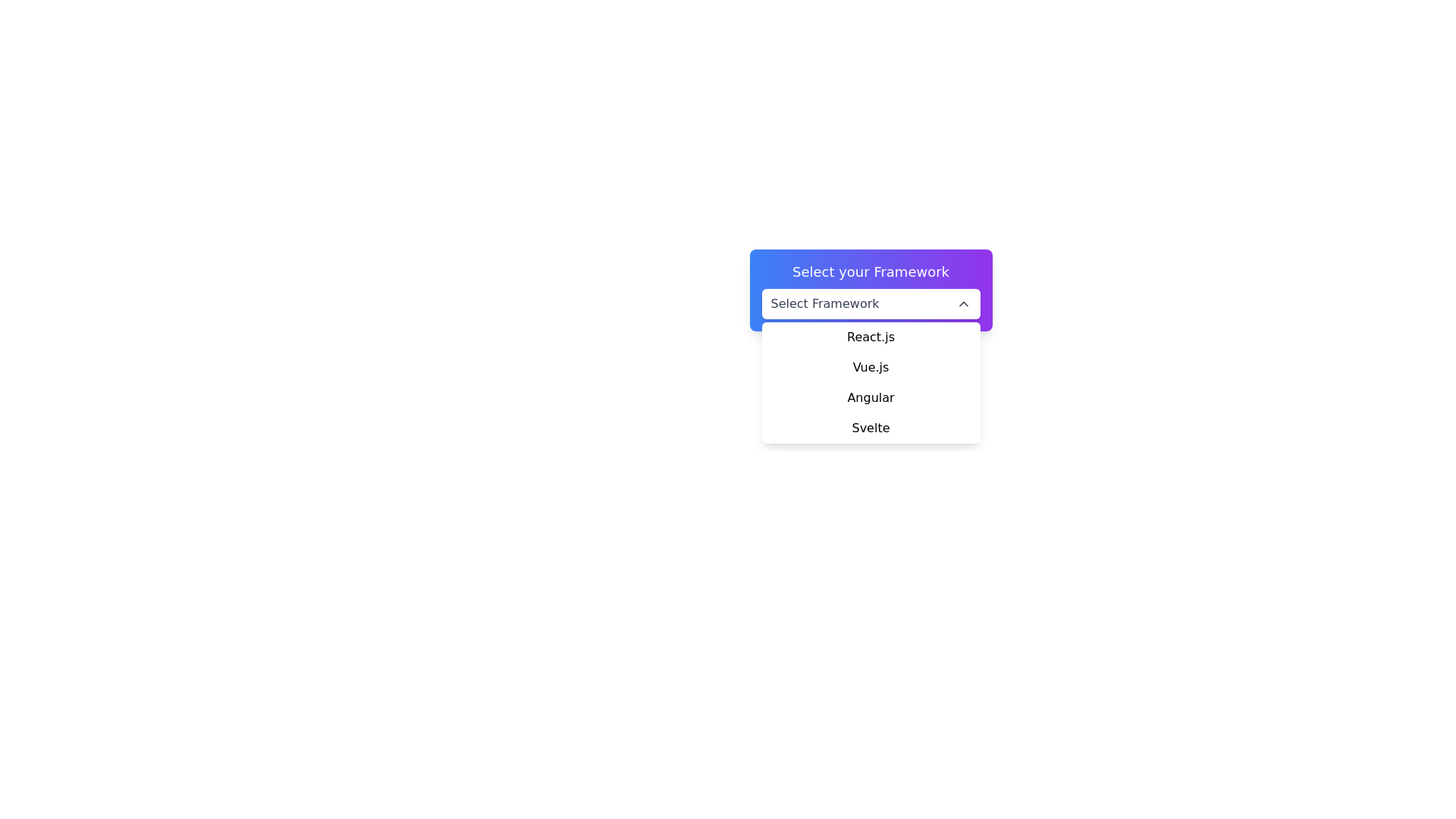  I want to click on an item in the Dropdown menu containing framework names such as 'React.js', 'Vue.js', 'Angular', and 'Svelte', so click(871, 382).